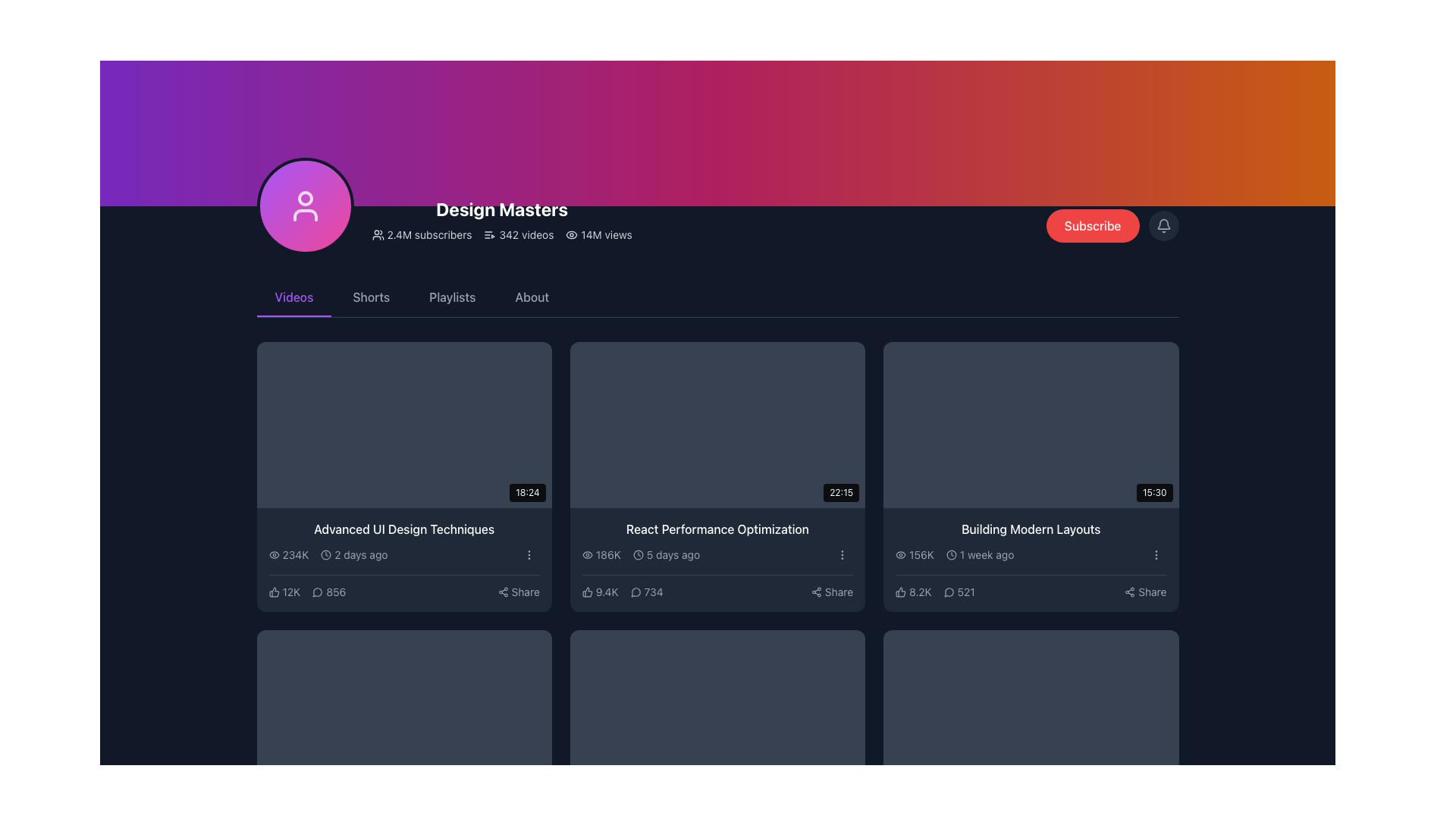 Image resolution: width=1456 pixels, height=819 pixels. I want to click on the eye-shaped visibility icon located below the title 'React Performance Optimization' in the second video card, adjacent to the view count '186K', so click(586, 555).